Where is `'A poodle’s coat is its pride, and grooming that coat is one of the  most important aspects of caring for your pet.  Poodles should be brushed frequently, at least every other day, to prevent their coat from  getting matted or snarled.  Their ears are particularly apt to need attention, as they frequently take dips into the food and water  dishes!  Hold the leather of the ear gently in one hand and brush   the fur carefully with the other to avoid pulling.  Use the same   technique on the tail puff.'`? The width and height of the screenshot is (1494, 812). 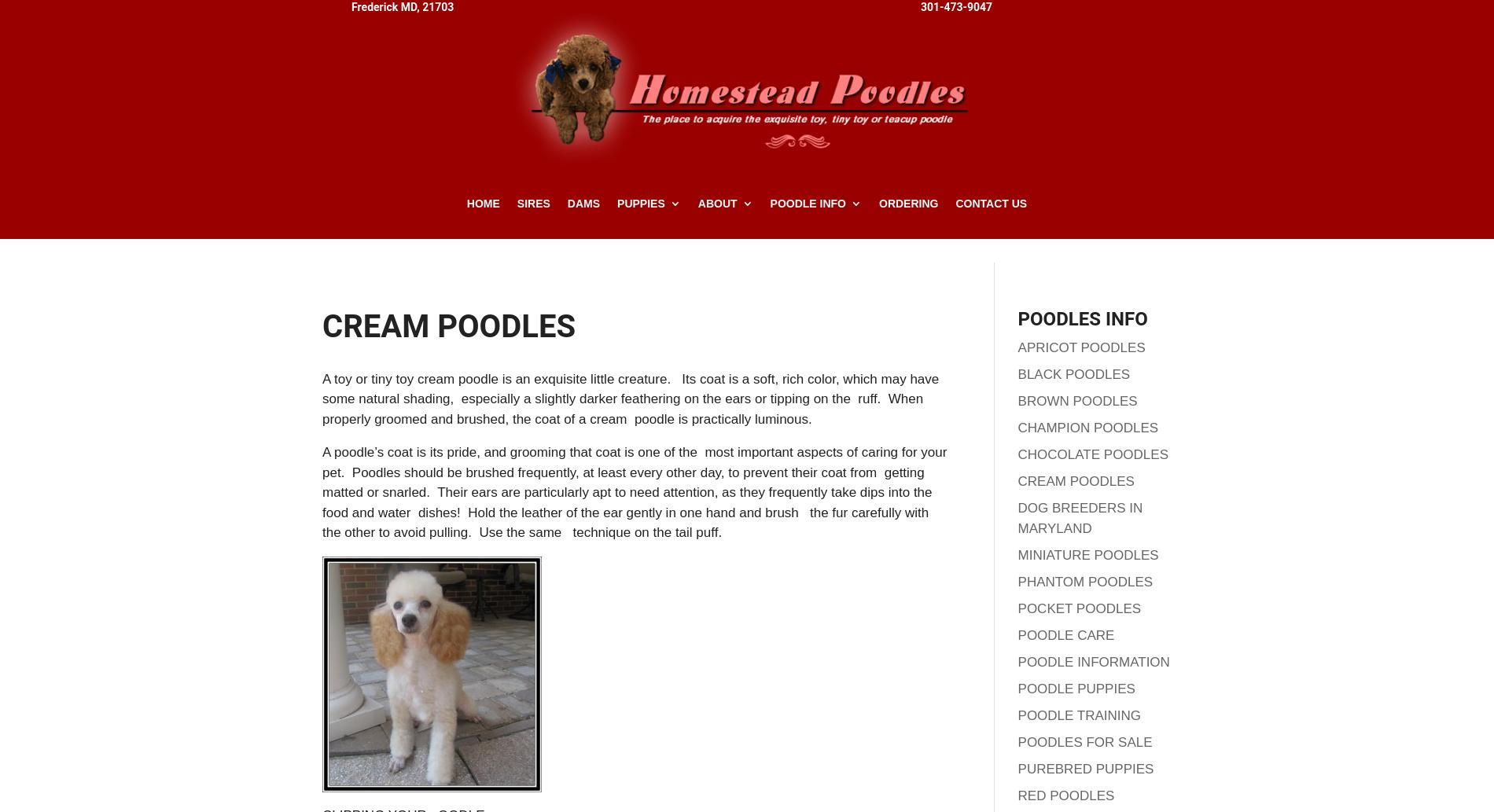
'A poodle’s coat is its pride, and grooming that coat is one of the  most important aspects of caring for your pet.  Poodles should be brushed frequently, at least every other day, to prevent their coat from  getting matted or snarled.  Their ears are particularly apt to need attention, as they frequently take dips into the food and water  dishes!  Hold the leather of the ear gently in one hand and brush   the fur carefully with the other to avoid pulling.  Use the same   technique on the tail puff.' is located at coordinates (633, 491).